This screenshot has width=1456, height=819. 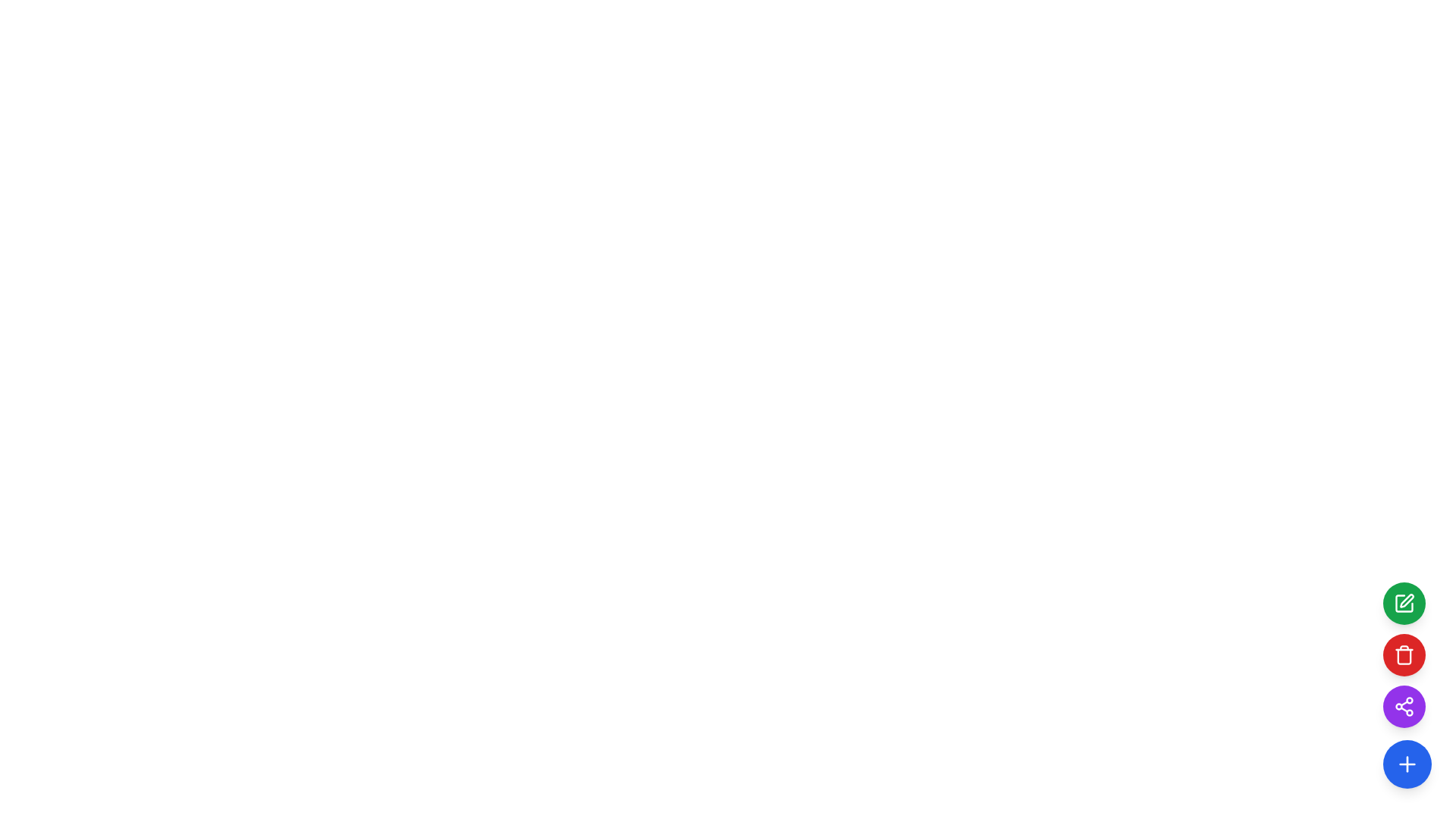 I want to click on the circular red button with a white trashcan icon, which is the second button in a vertical stack of three, so click(x=1404, y=654).